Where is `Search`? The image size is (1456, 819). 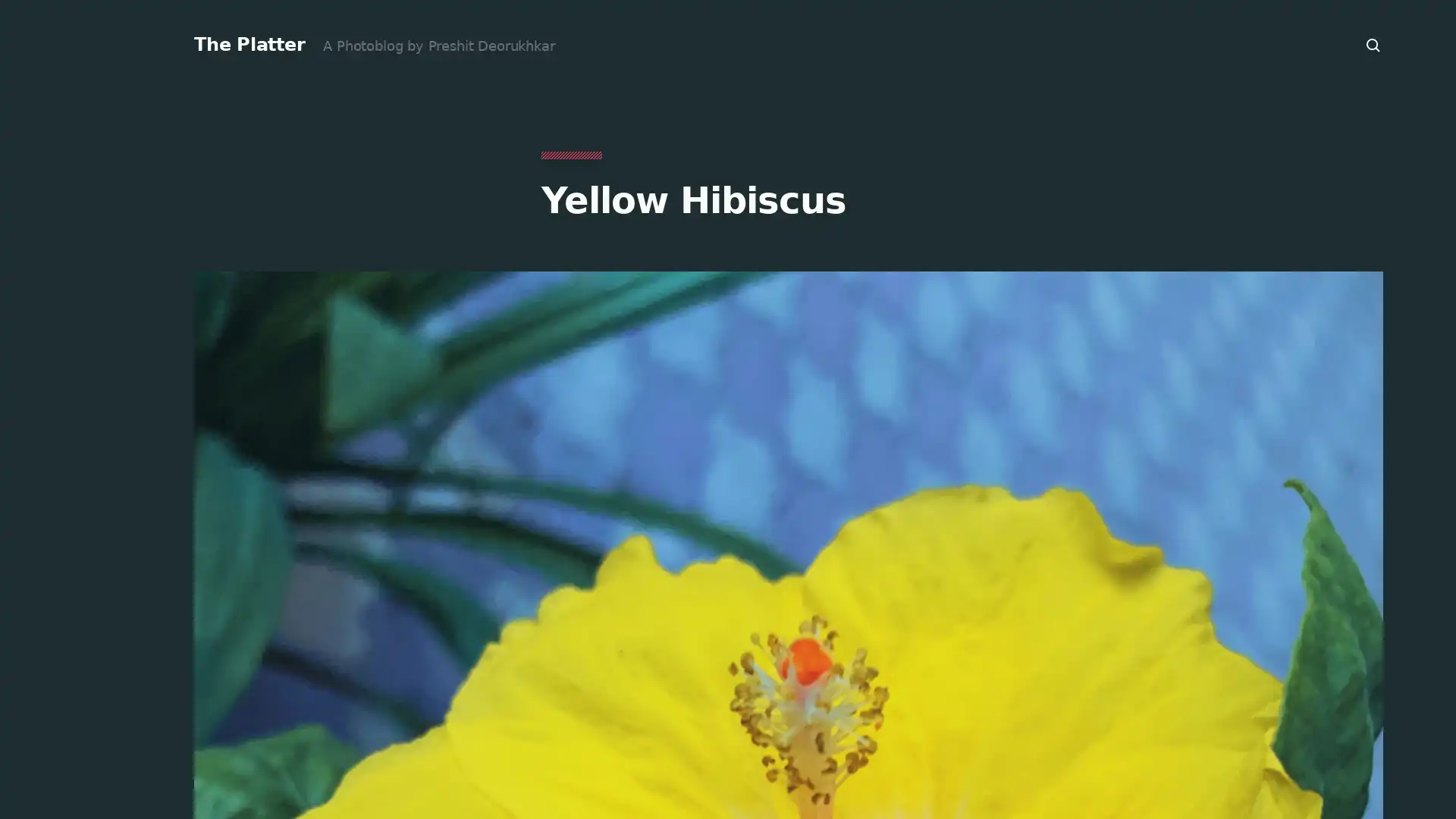
Search is located at coordinates (1373, 45).